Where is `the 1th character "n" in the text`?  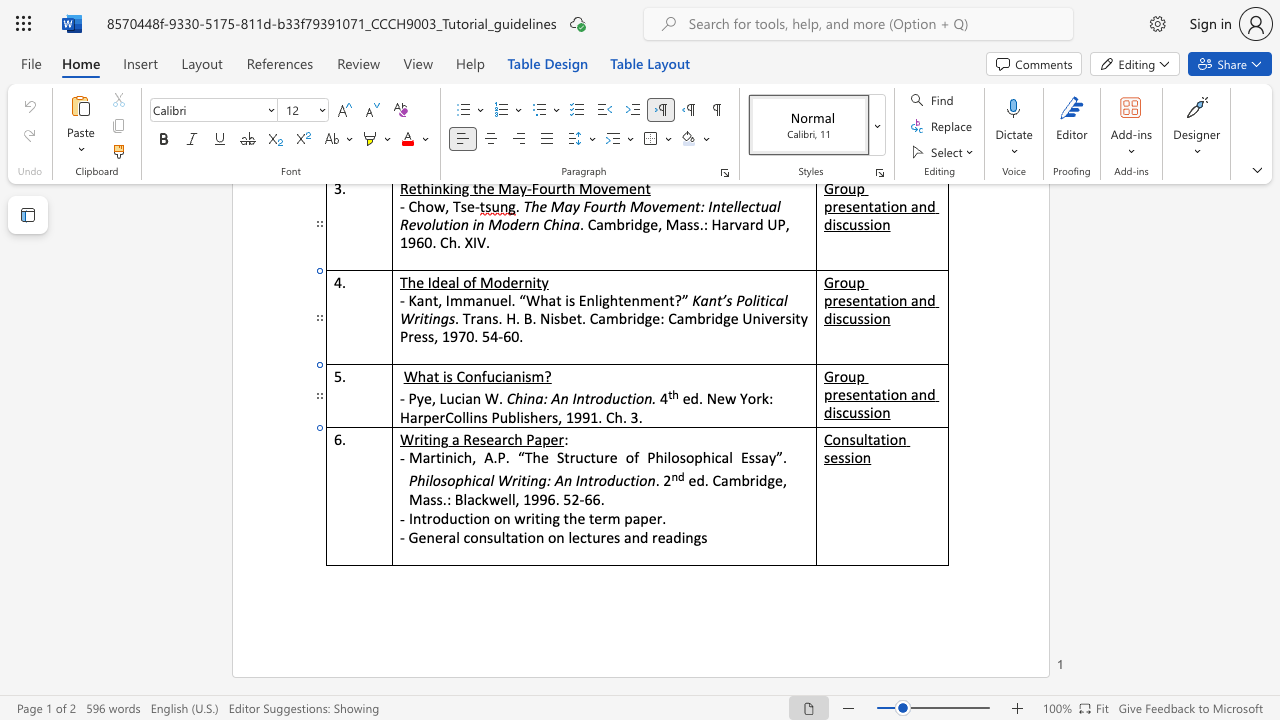
the 1th character "n" in the text is located at coordinates (448, 457).